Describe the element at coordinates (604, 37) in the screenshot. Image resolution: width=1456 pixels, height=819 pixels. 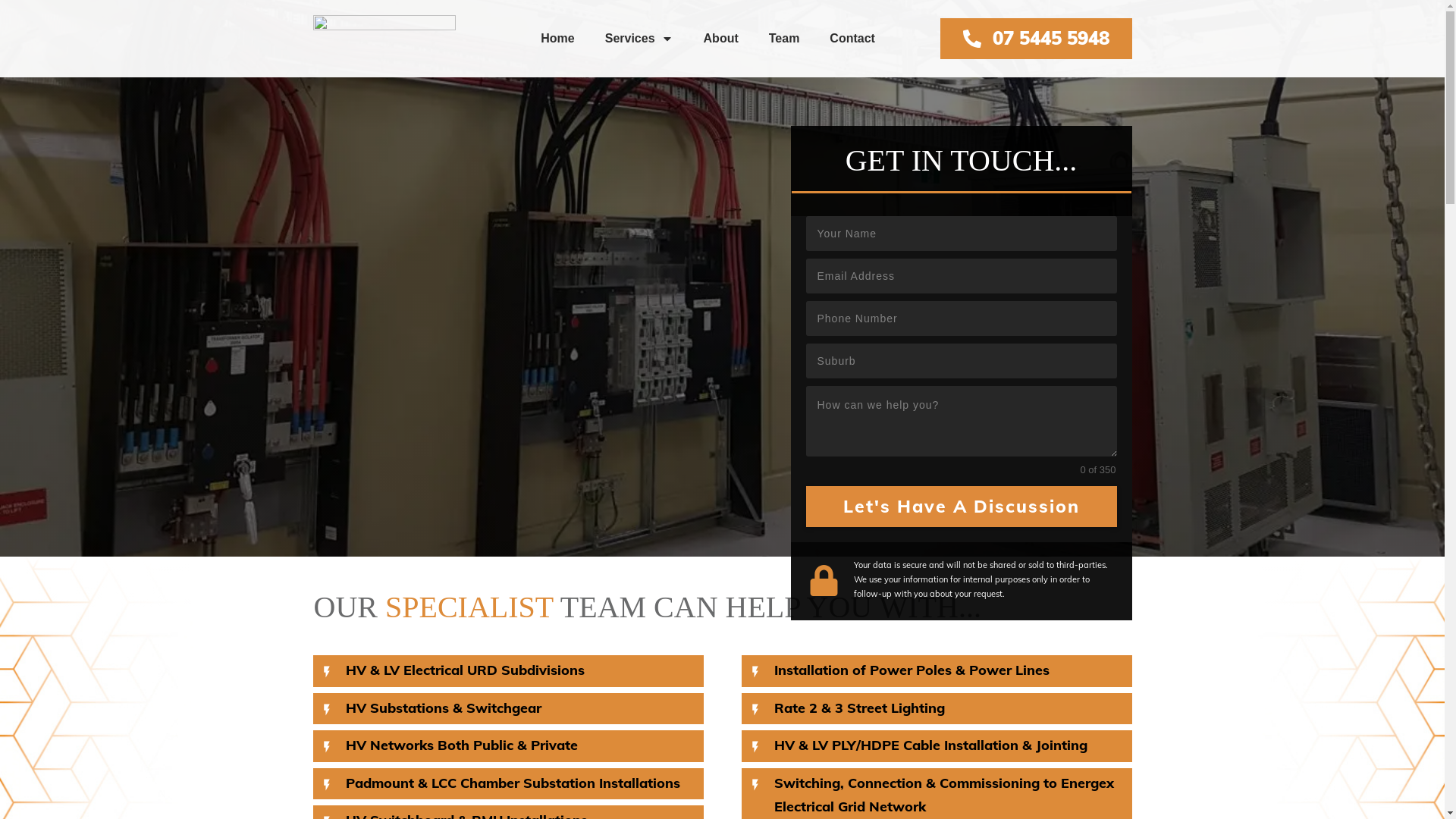
I see `'Services'` at that location.